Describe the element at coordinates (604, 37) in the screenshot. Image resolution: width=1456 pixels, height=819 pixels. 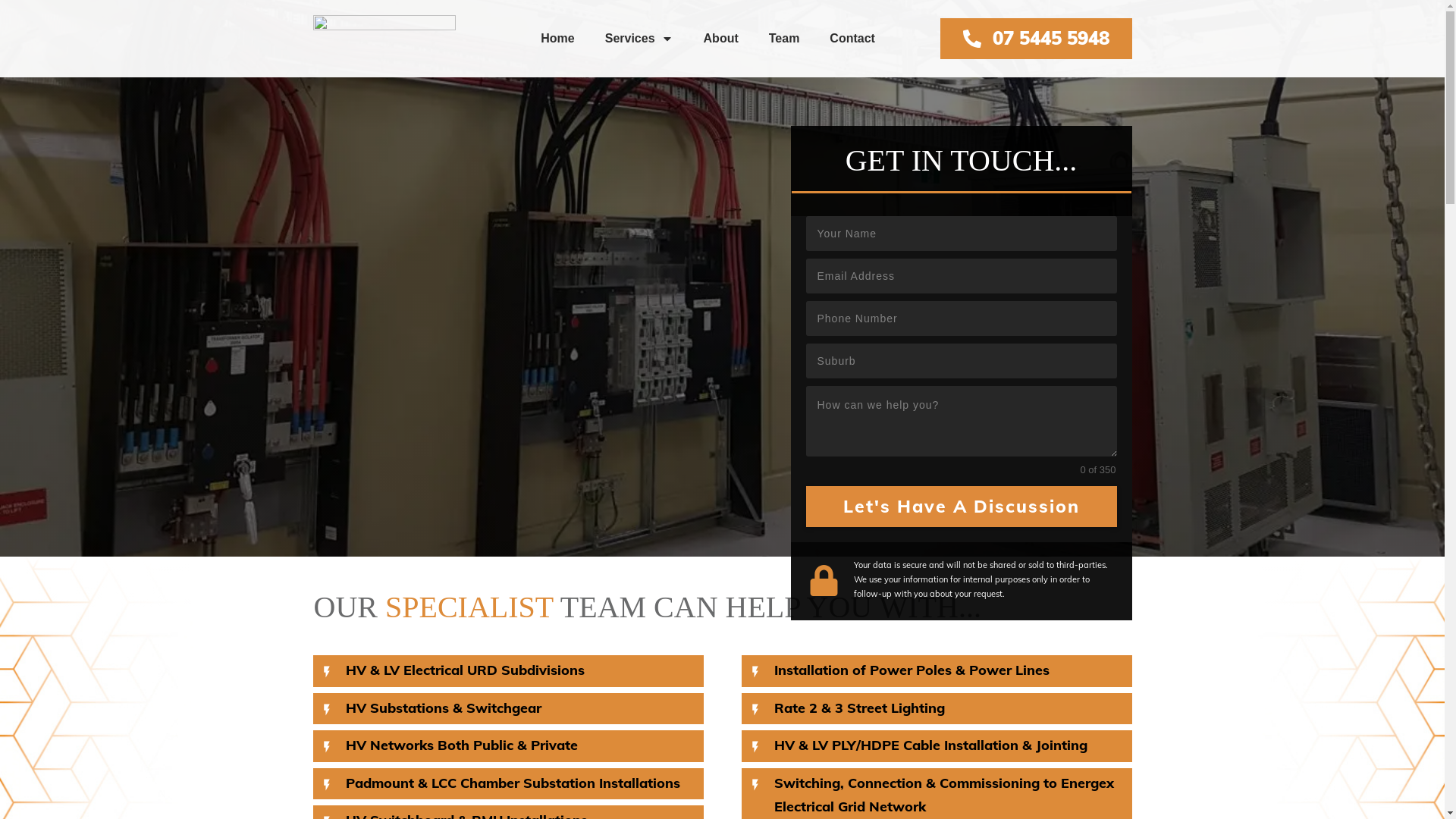
I see `'Services'` at that location.